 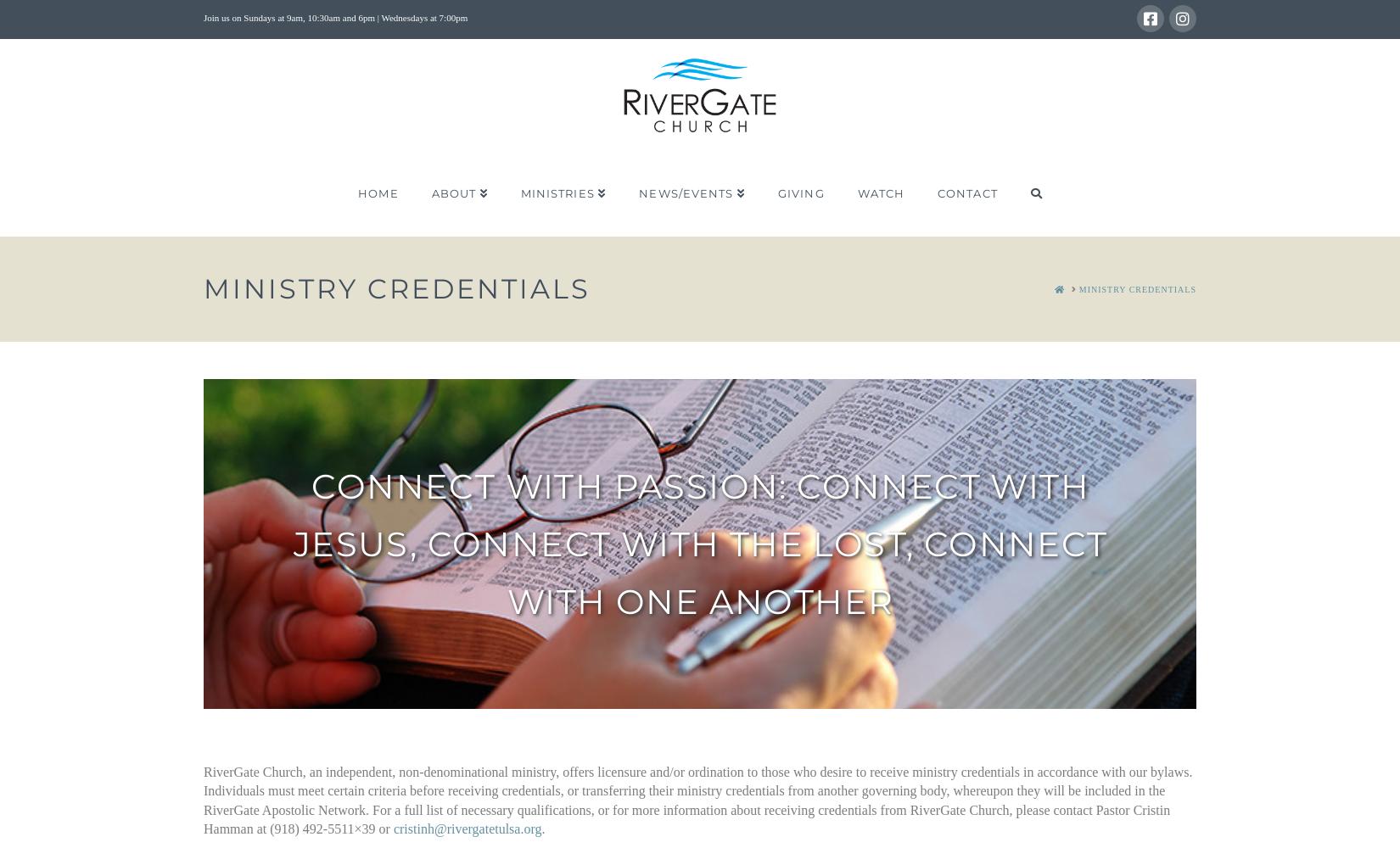 What do you see at coordinates (800, 192) in the screenshot?
I see `'Giving'` at bounding box center [800, 192].